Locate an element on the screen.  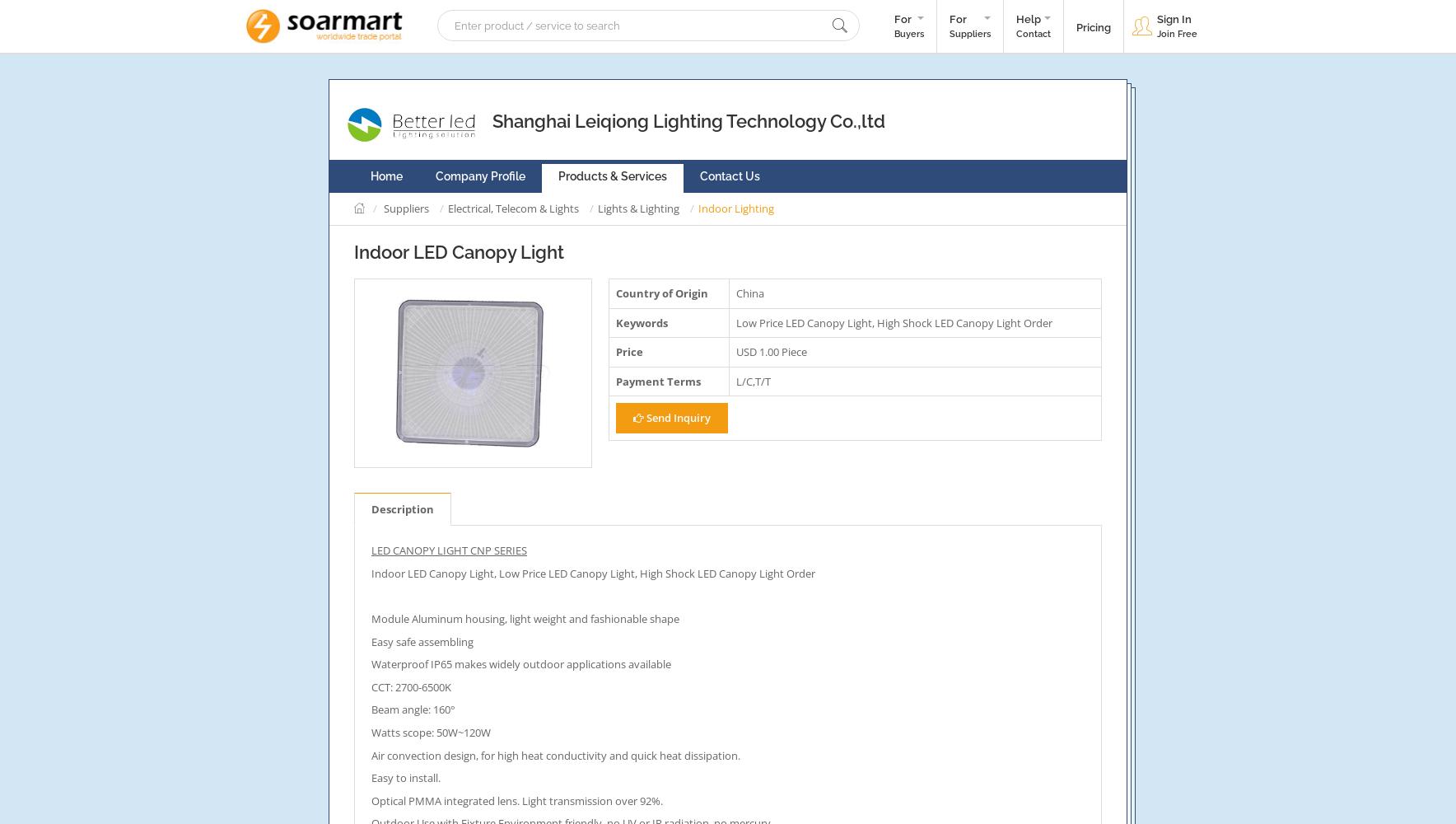
'Easy safe assembling' is located at coordinates (422, 641).